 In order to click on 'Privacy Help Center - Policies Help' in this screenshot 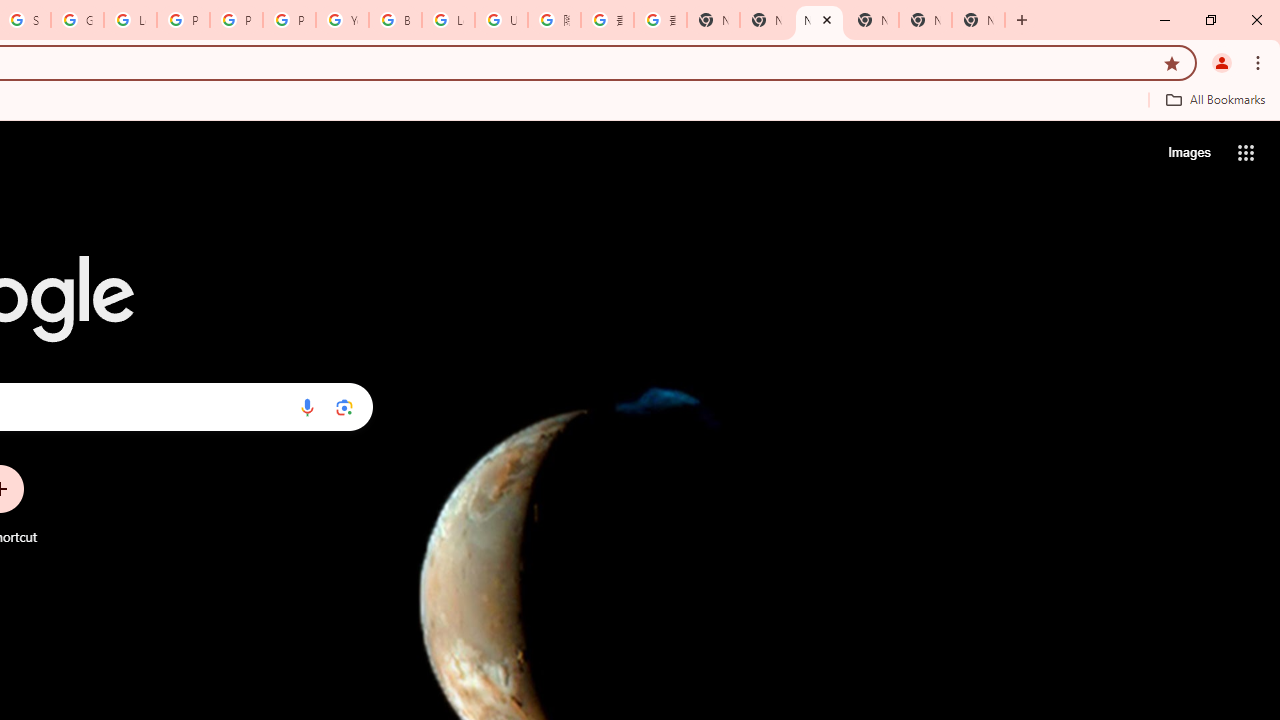, I will do `click(183, 20)`.